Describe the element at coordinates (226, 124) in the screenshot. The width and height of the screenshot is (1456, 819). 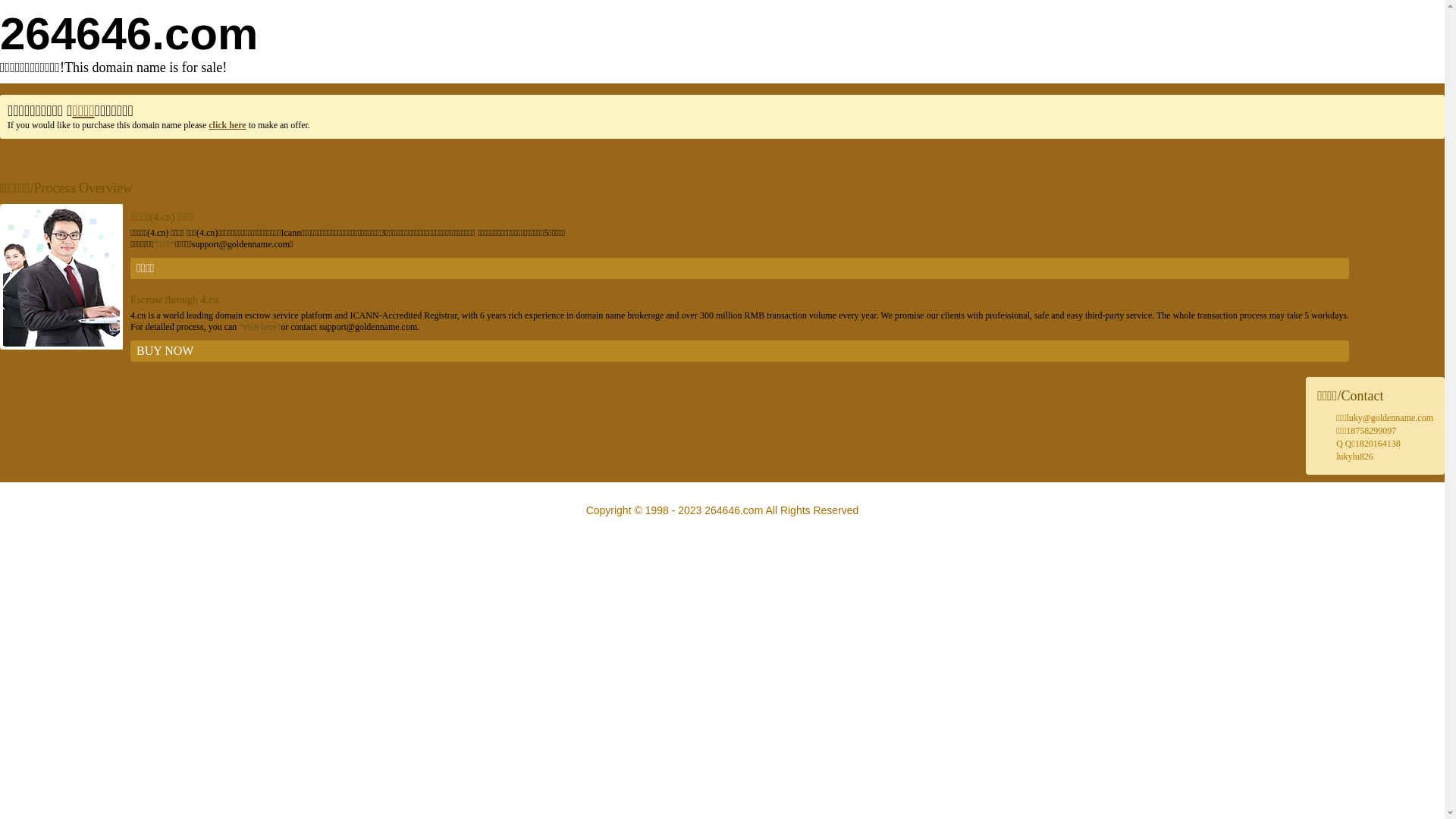
I see `'click here'` at that location.